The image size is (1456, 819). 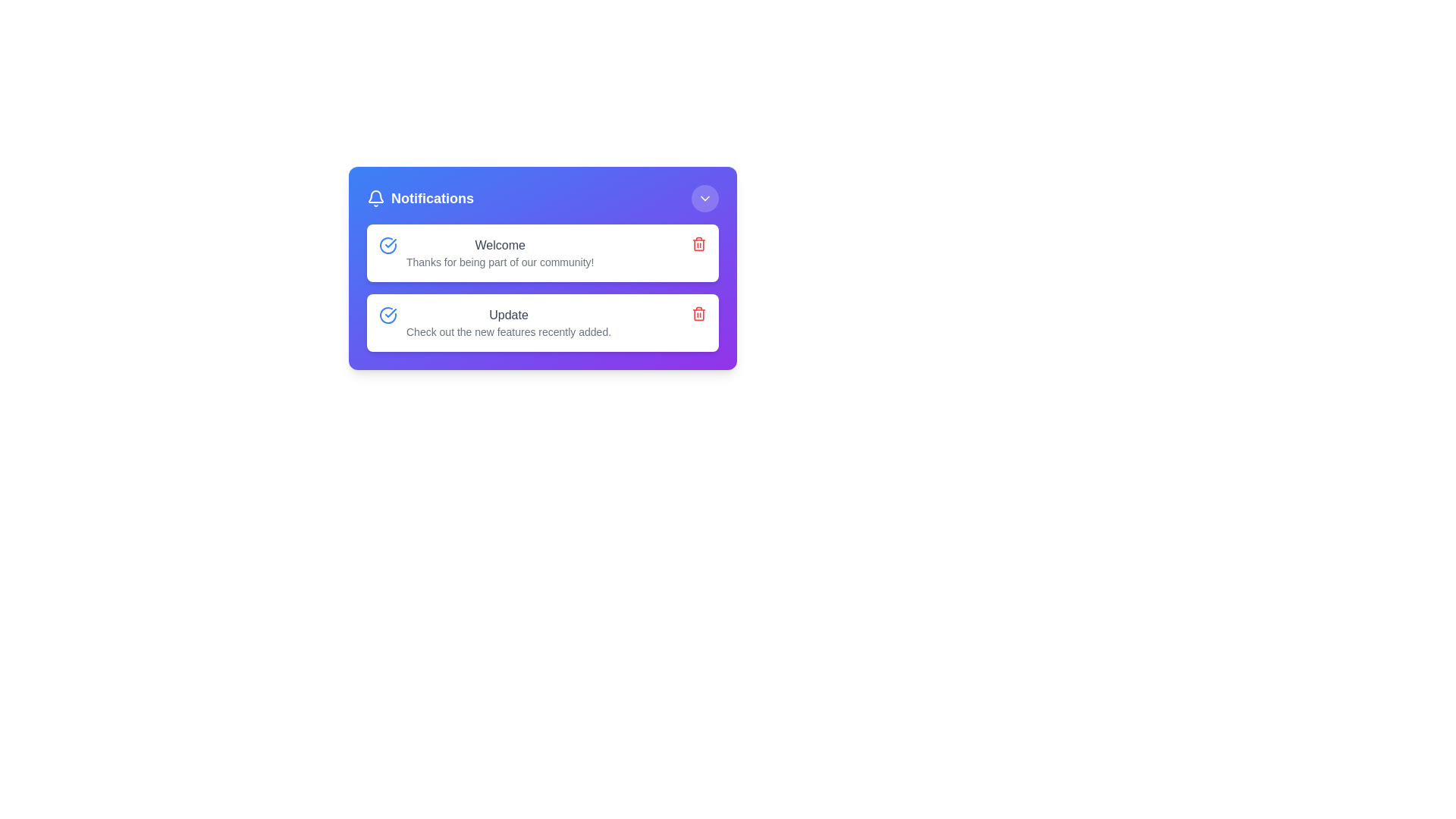 What do you see at coordinates (391, 242) in the screenshot?
I see `the lower portion of the checkmark within the blue circle icon, which serves as an indicator for the notification status` at bounding box center [391, 242].